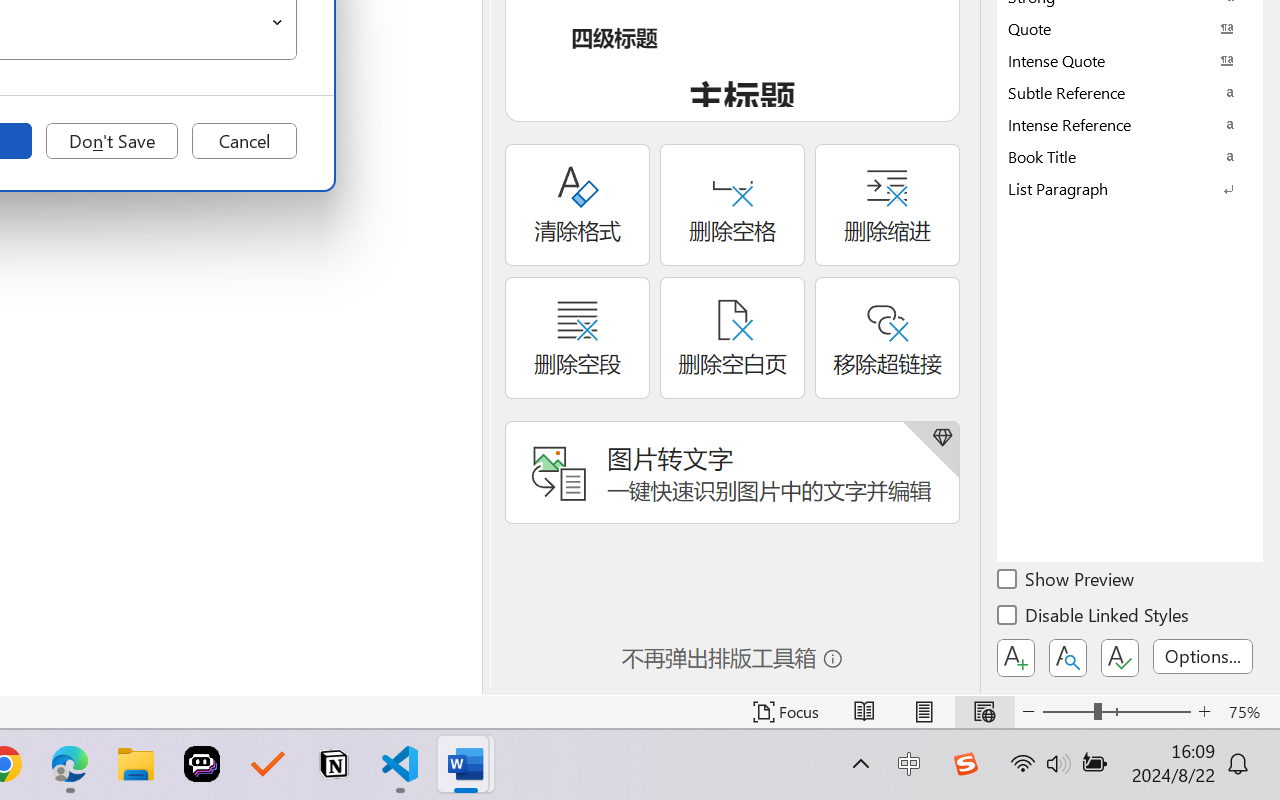 This screenshot has width=1280, height=800. I want to click on 'Subtle Reference', so click(1130, 92).